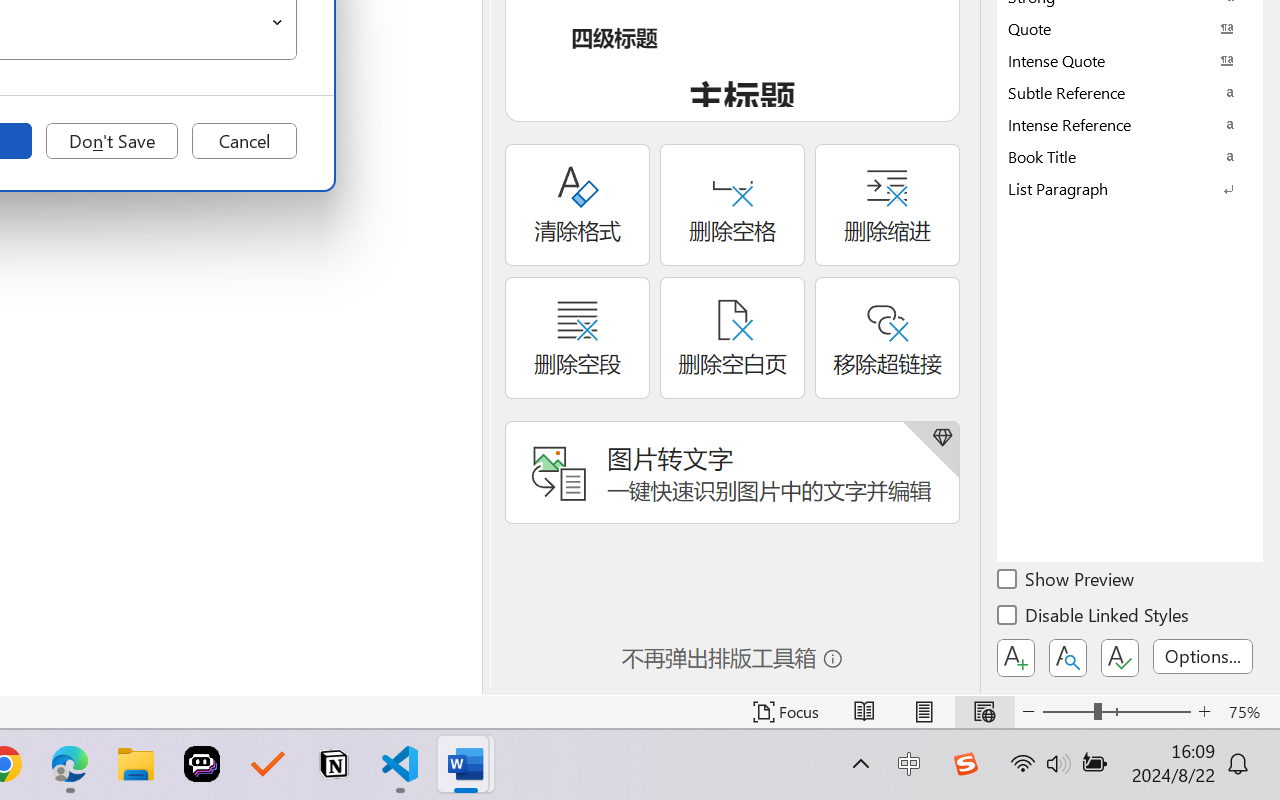 This screenshot has width=1280, height=800. I want to click on 'Subtle Reference', so click(1130, 92).